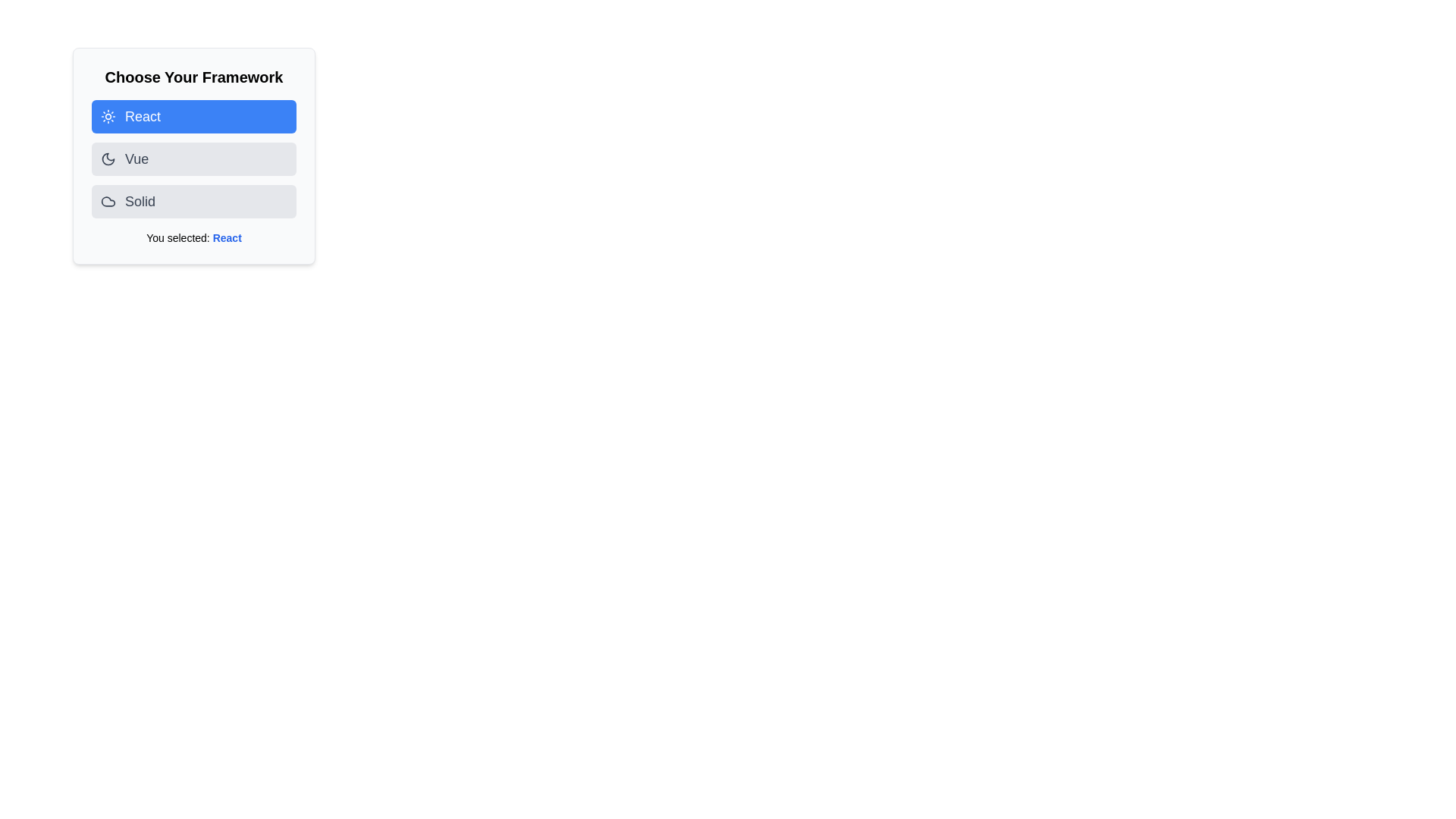 The height and width of the screenshot is (819, 1456). Describe the element at coordinates (108, 158) in the screenshot. I see `the crescent moon icon located next to the text 'Vue' on the second row of the framework options list under 'Choose Your Framework'` at that location.